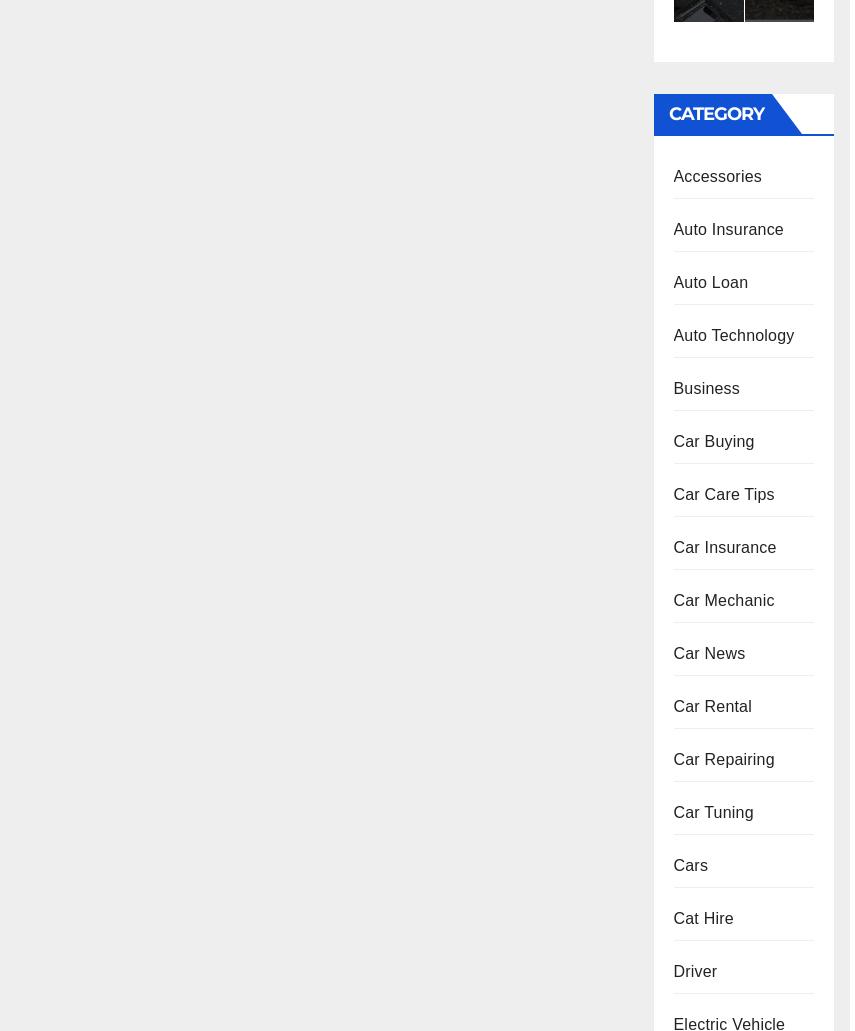  Describe the element at coordinates (694, 970) in the screenshot. I see `'Driver'` at that location.